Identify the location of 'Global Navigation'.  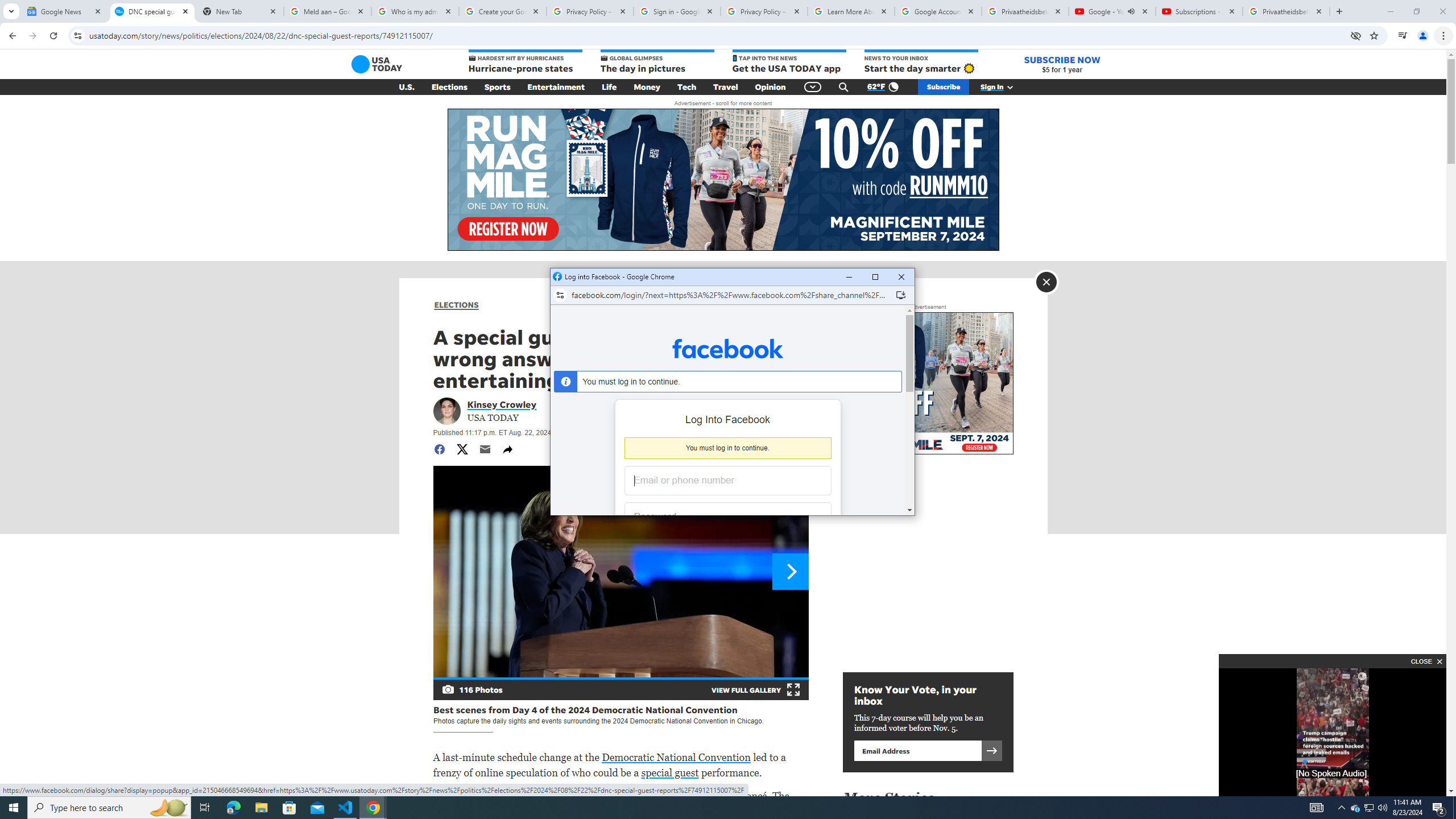
(812, 87).